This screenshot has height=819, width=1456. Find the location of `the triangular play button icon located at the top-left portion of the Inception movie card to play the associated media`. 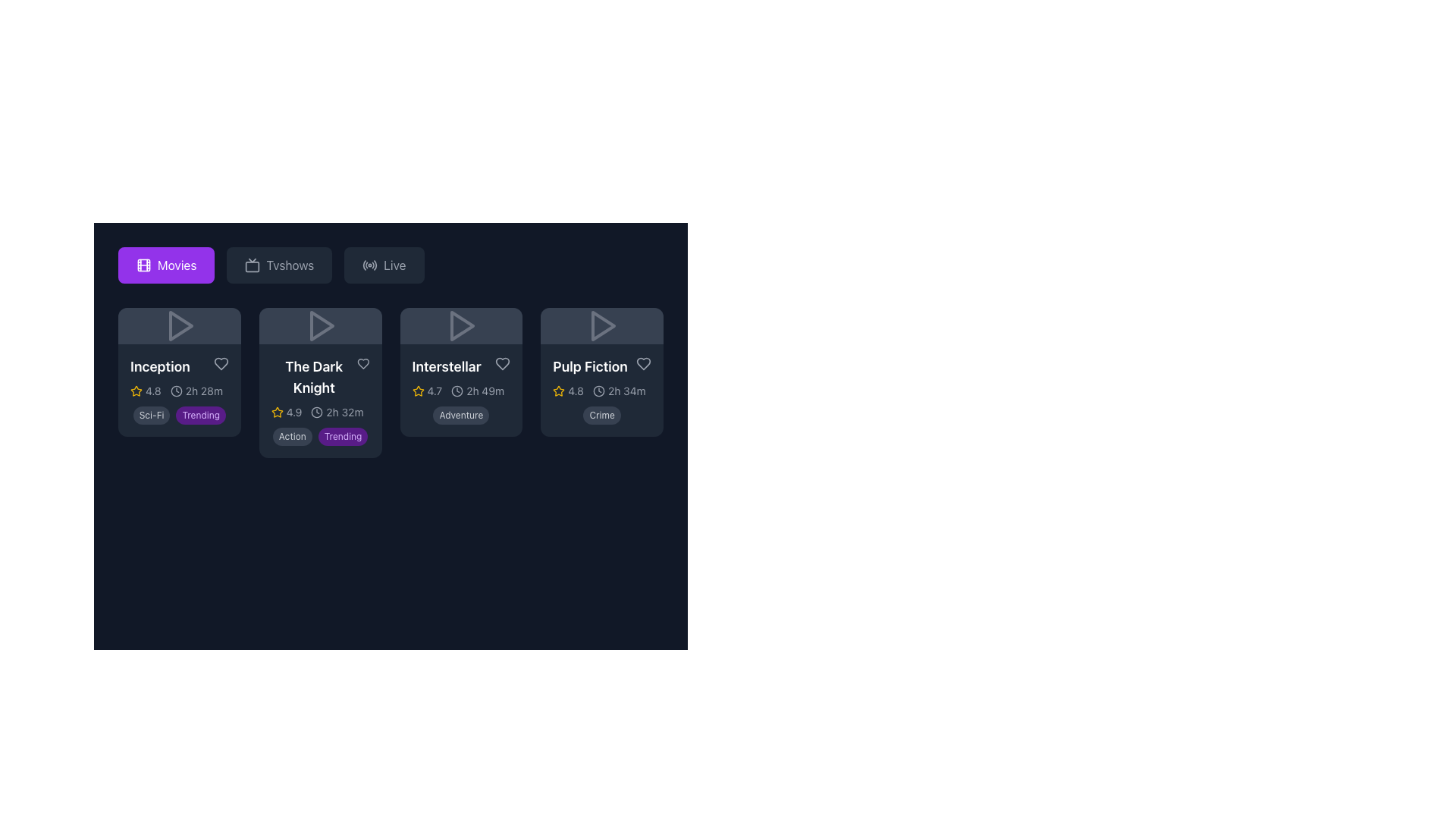

the triangular play button icon located at the top-left portion of the Inception movie card to play the associated media is located at coordinates (179, 325).